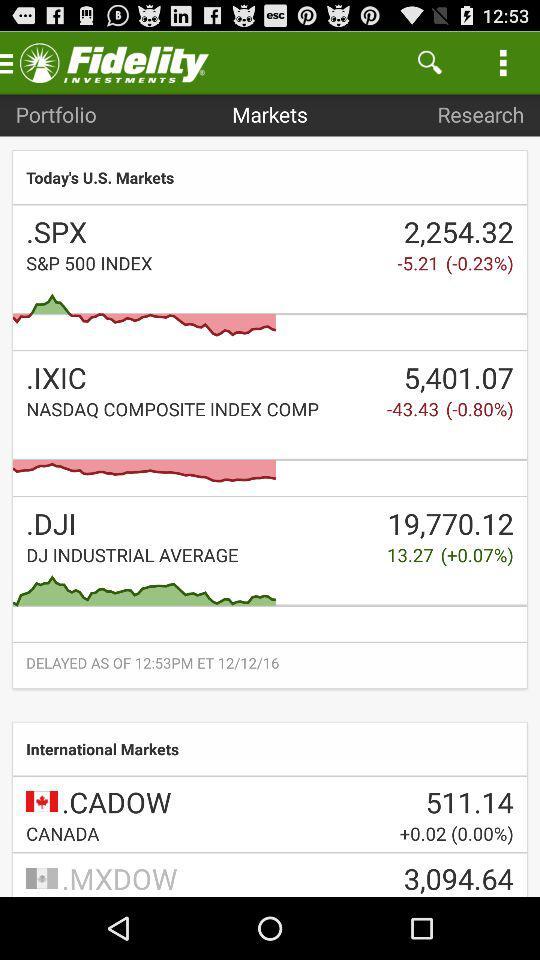  Describe the element at coordinates (428, 62) in the screenshot. I see `the item next to markets item` at that location.